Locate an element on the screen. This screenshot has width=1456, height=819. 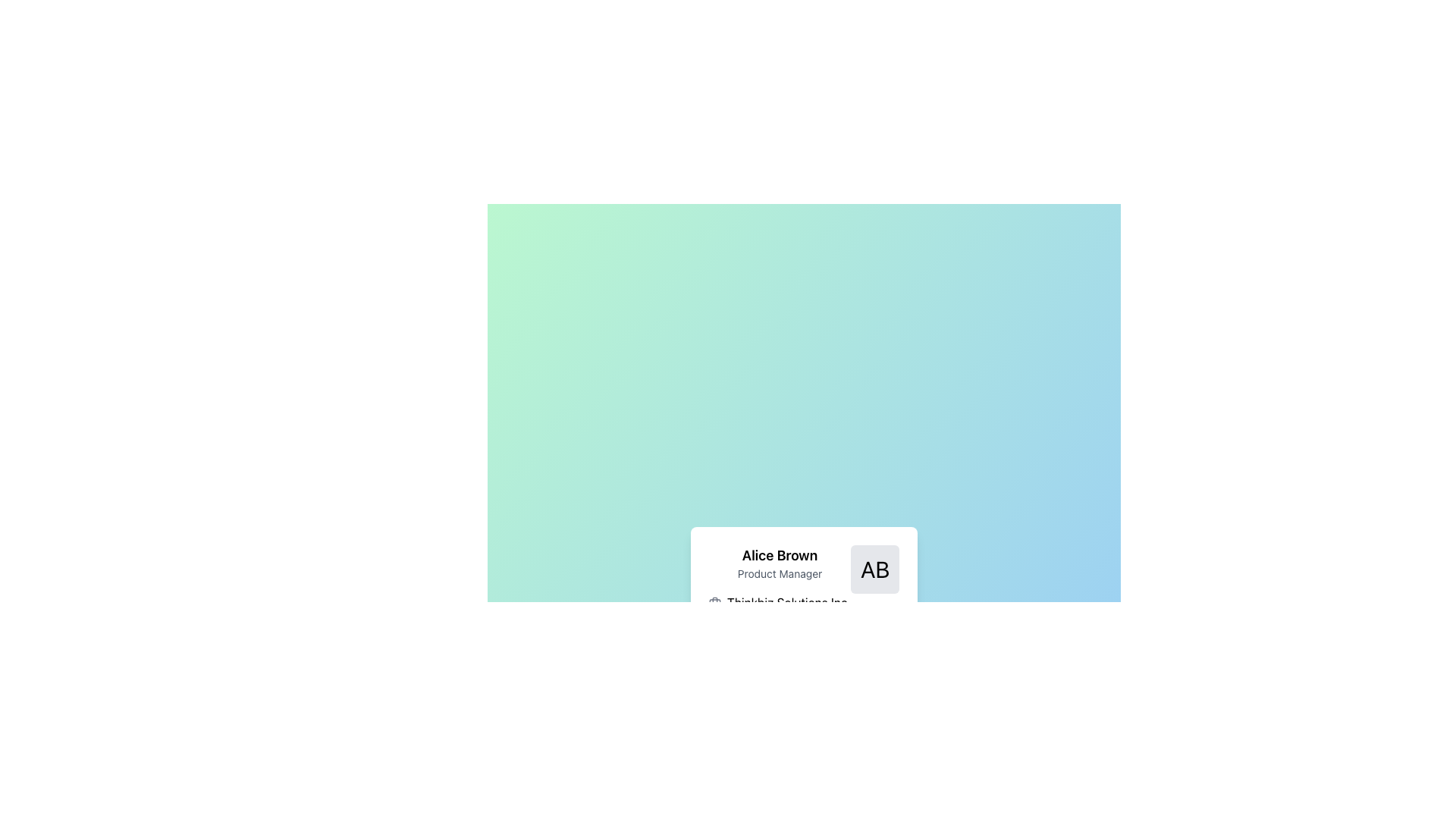
text label 'Thinkbiz Solutions Inc.' which is accompanied by a briefcase icon, uniquely positioned below the header section containing 'Alice Brown' and 'Product Manager' is located at coordinates (780, 601).